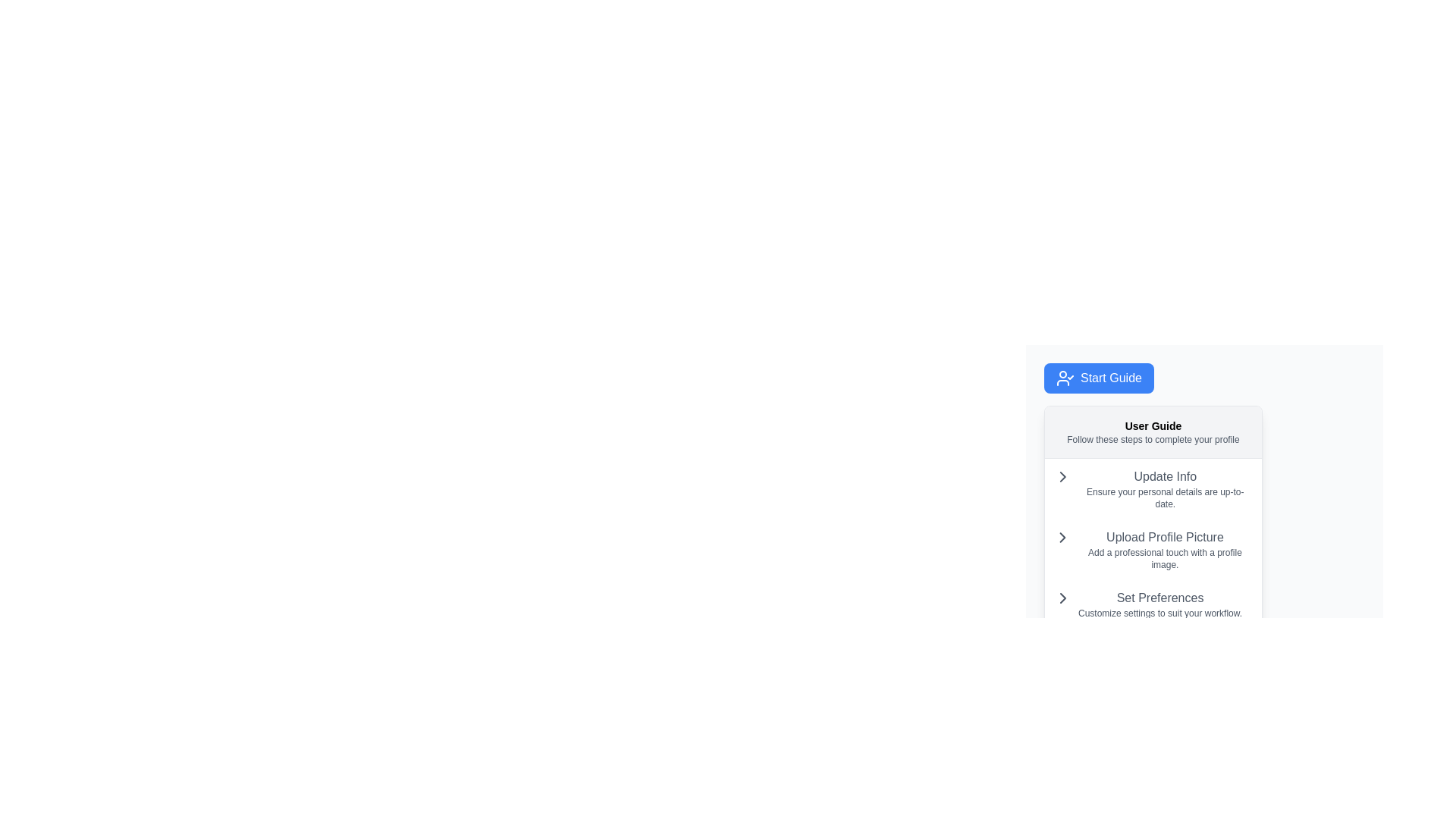 The height and width of the screenshot is (819, 1456). I want to click on the user confirmation icon located to the left of the 'Start Guide' button in the top section of the interface, so click(1065, 377).